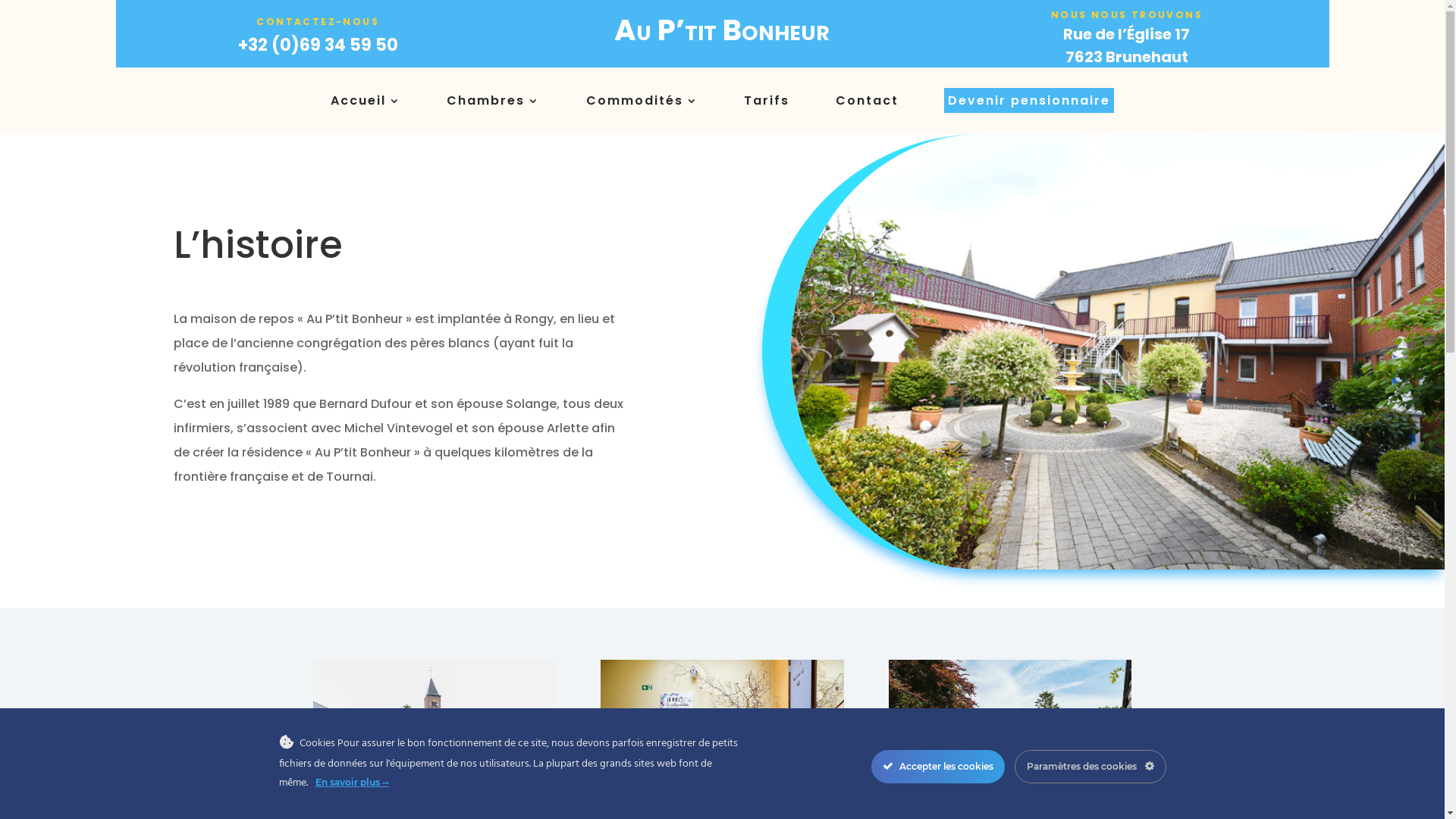  Describe the element at coordinates (446, 103) in the screenshot. I see `'Chambres'` at that location.